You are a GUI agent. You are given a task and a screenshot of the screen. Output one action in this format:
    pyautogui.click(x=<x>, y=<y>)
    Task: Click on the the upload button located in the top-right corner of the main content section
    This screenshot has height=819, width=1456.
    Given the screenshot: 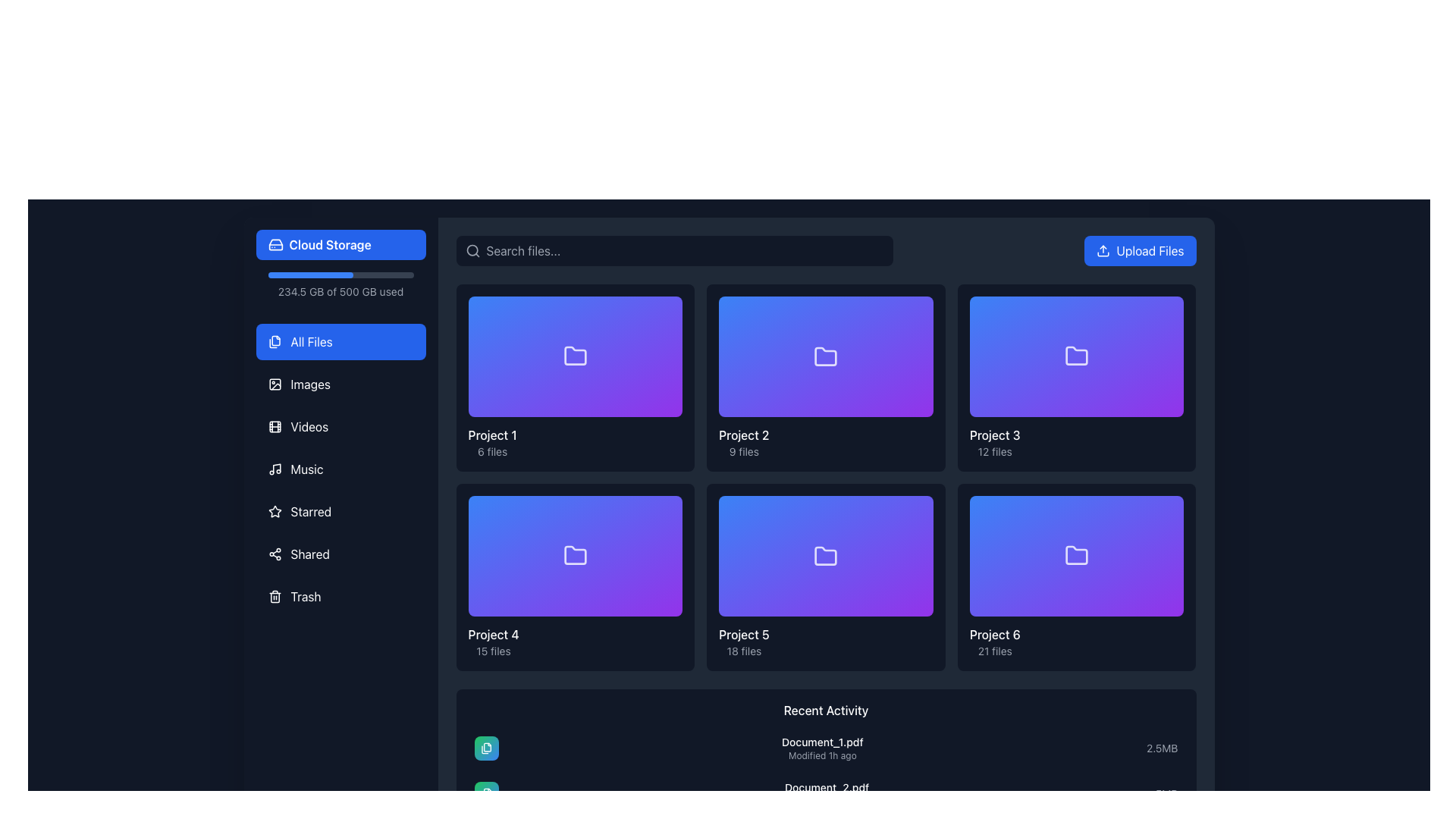 What is the action you would take?
    pyautogui.click(x=1140, y=250)
    